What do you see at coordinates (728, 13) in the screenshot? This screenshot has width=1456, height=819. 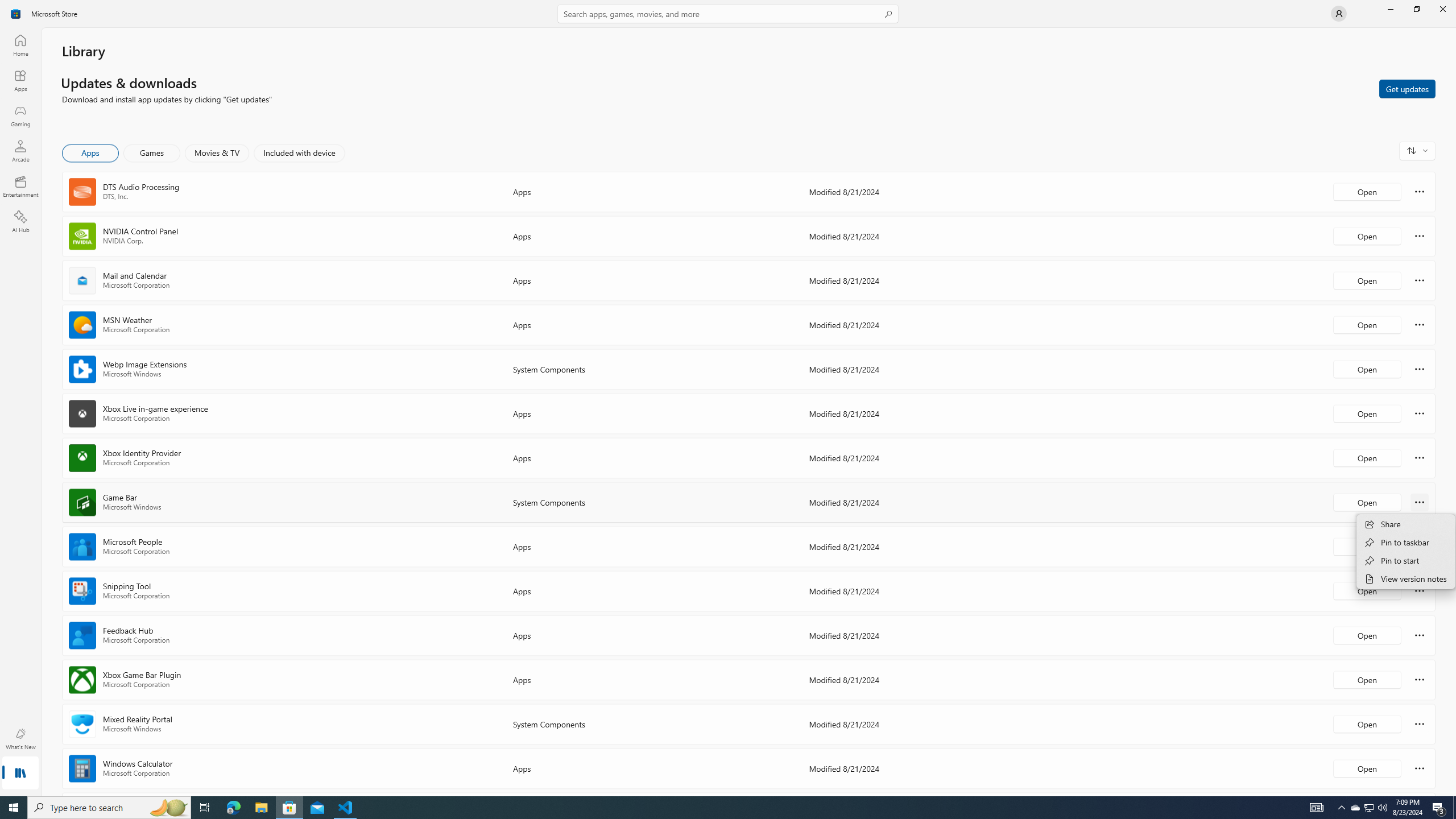 I see `'Search'` at bounding box center [728, 13].